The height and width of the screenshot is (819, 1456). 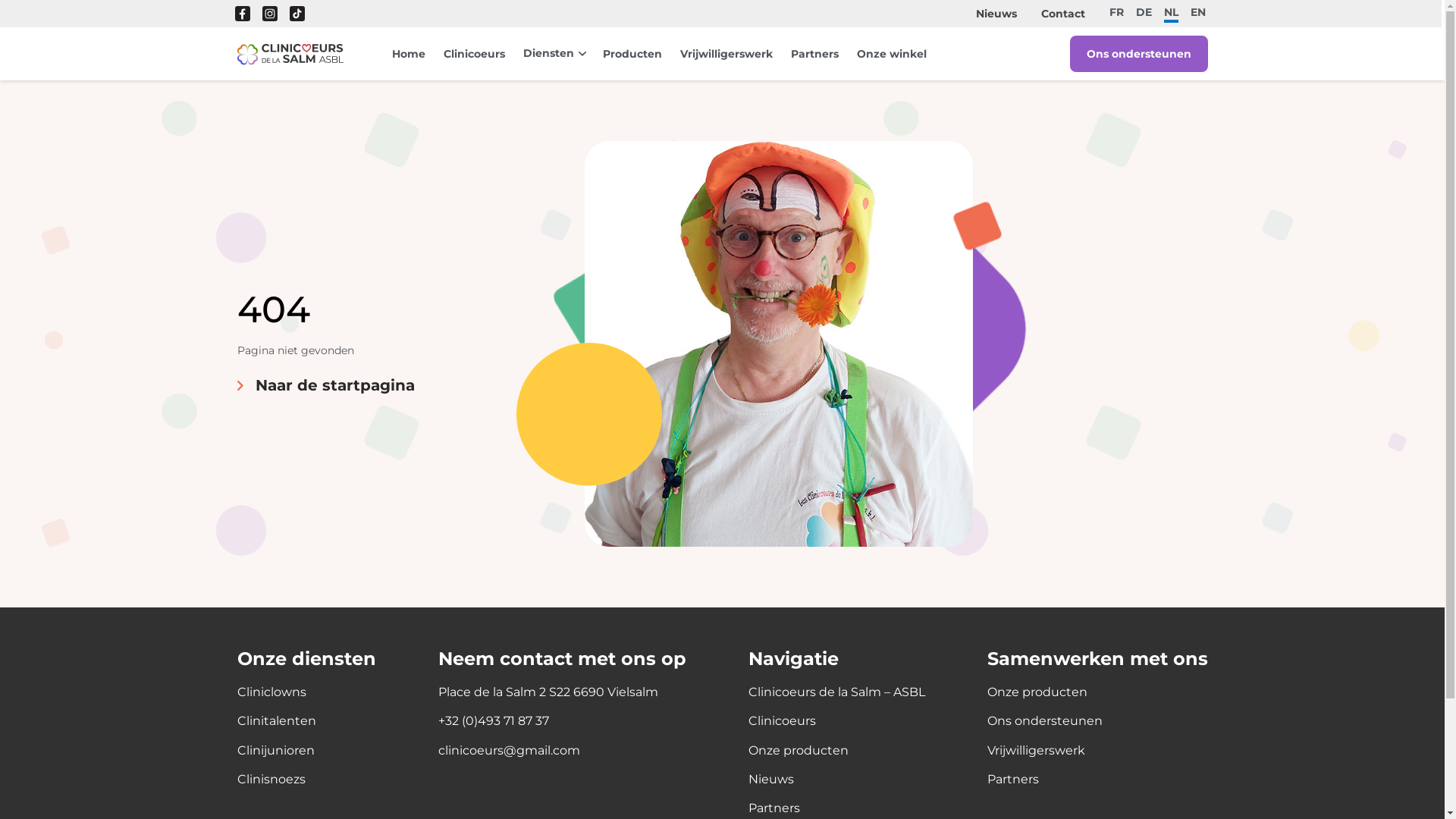 I want to click on 'Place de la Salm 2 S22 6690 Vielsalm', so click(x=548, y=692).